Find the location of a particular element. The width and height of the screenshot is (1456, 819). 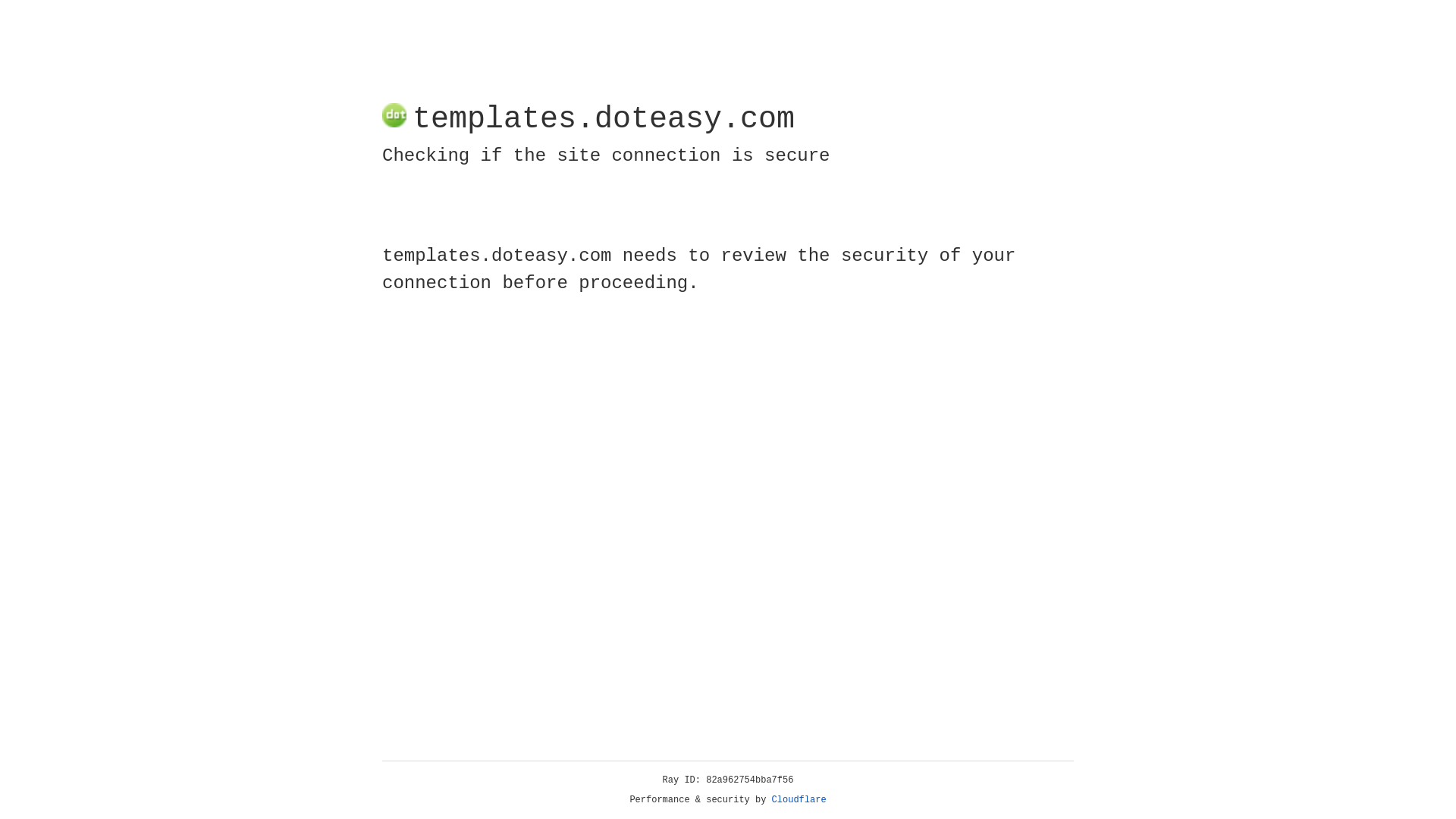

'Cloudflare' is located at coordinates (771, 799).